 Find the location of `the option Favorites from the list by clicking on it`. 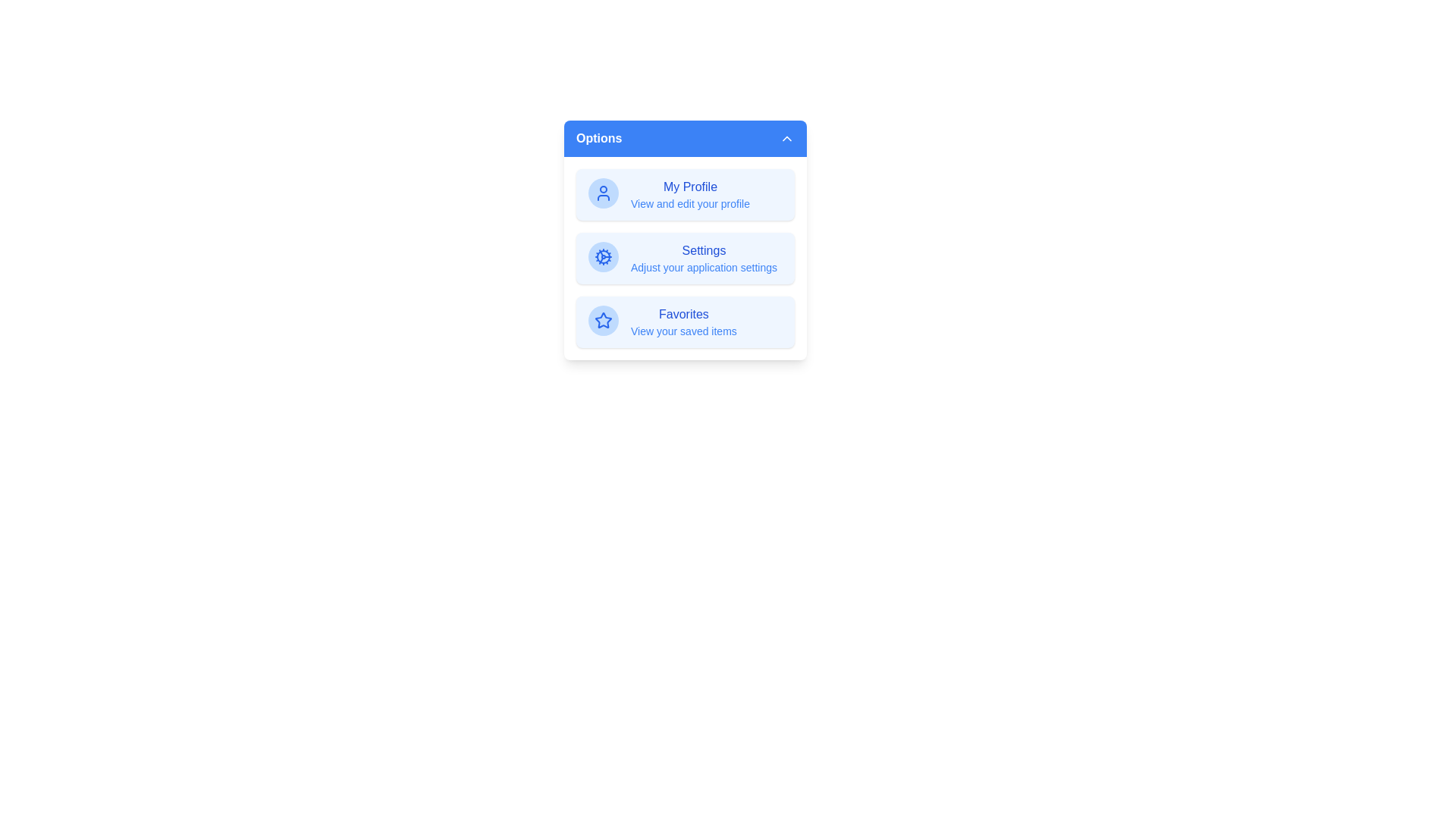

the option Favorites from the list by clicking on it is located at coordinates (684, 321).